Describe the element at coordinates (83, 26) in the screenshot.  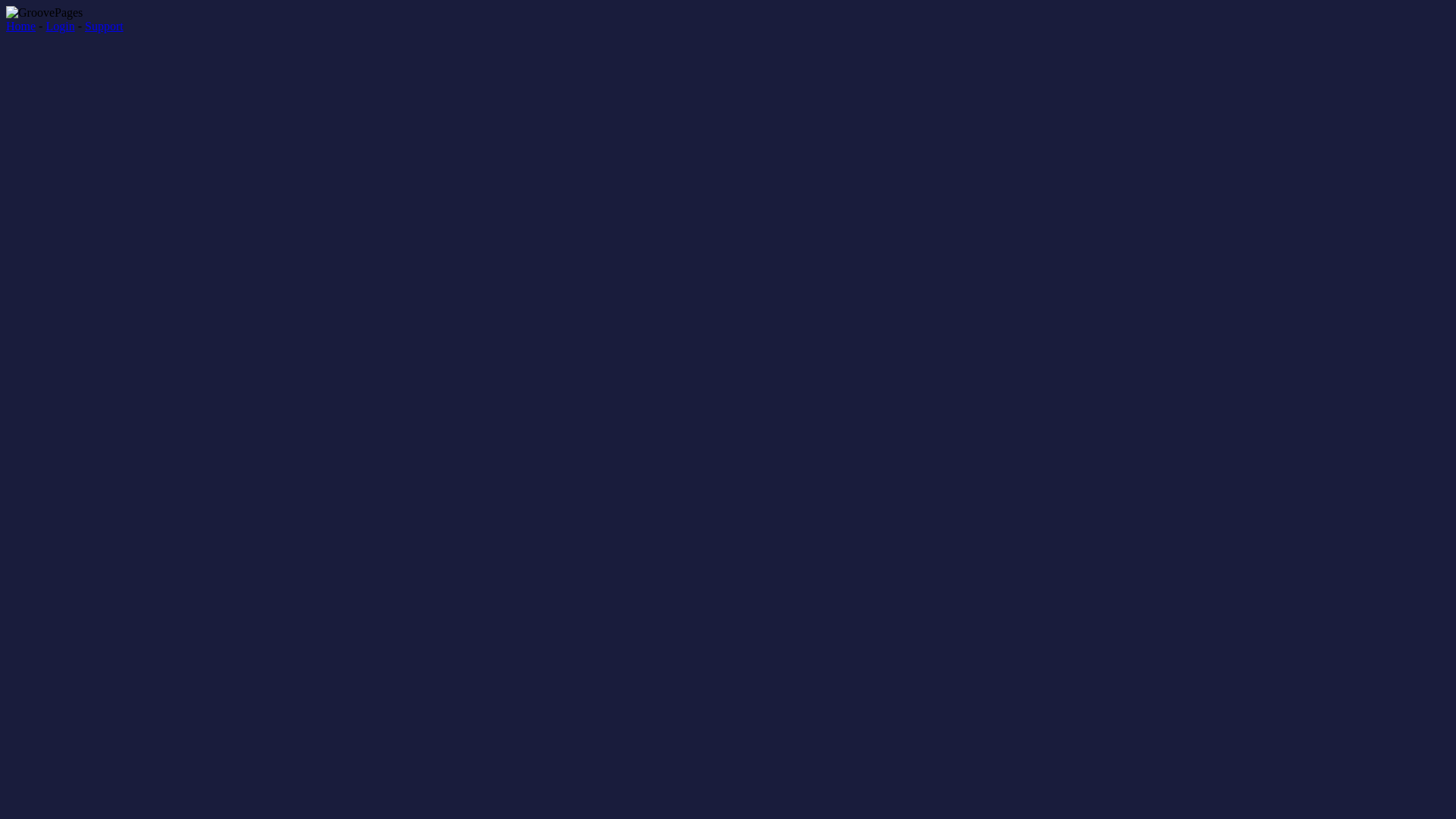
I see `'Support'` at that location.